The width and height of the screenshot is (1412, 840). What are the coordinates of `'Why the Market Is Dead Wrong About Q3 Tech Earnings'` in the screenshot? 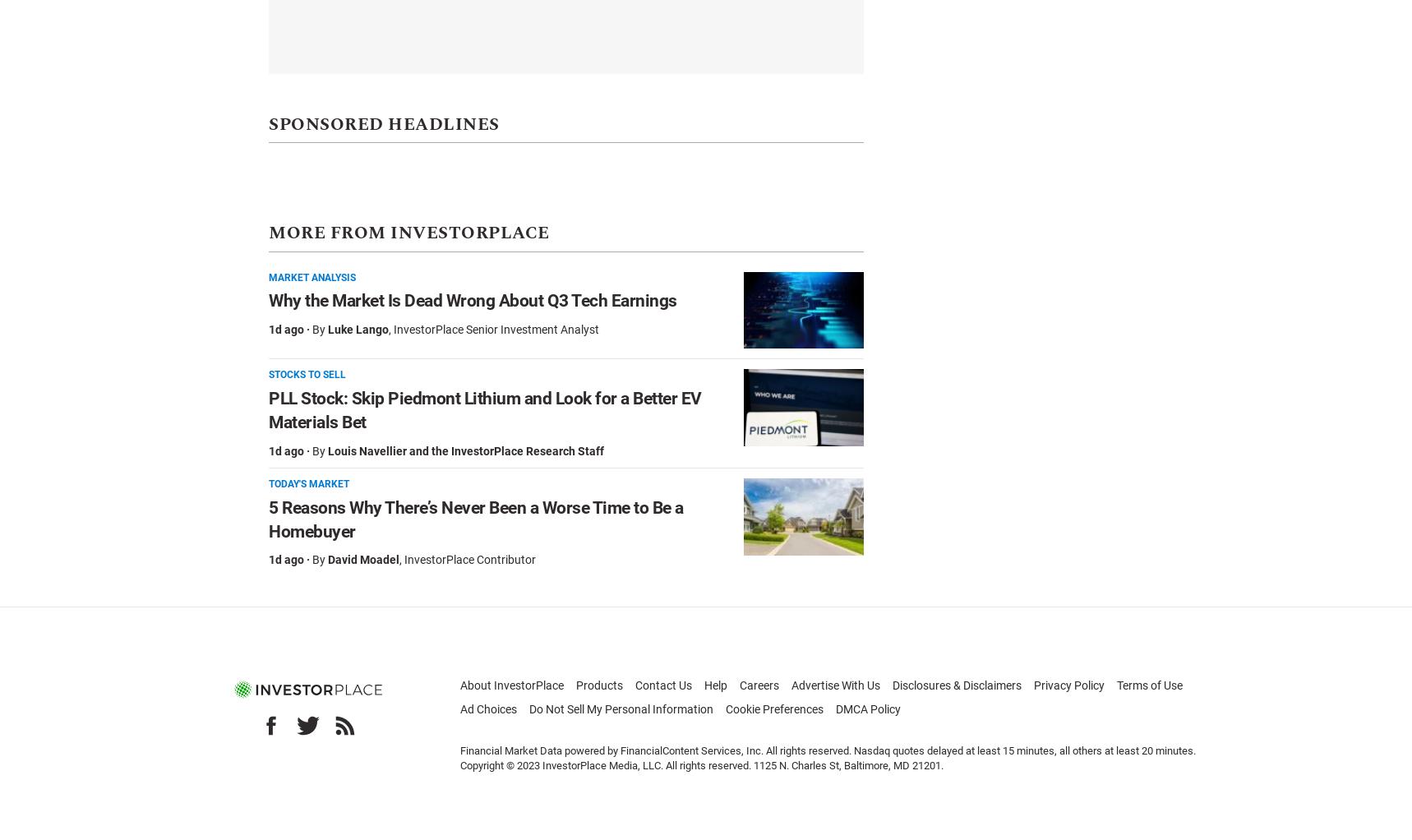 It's located at (472, 300).